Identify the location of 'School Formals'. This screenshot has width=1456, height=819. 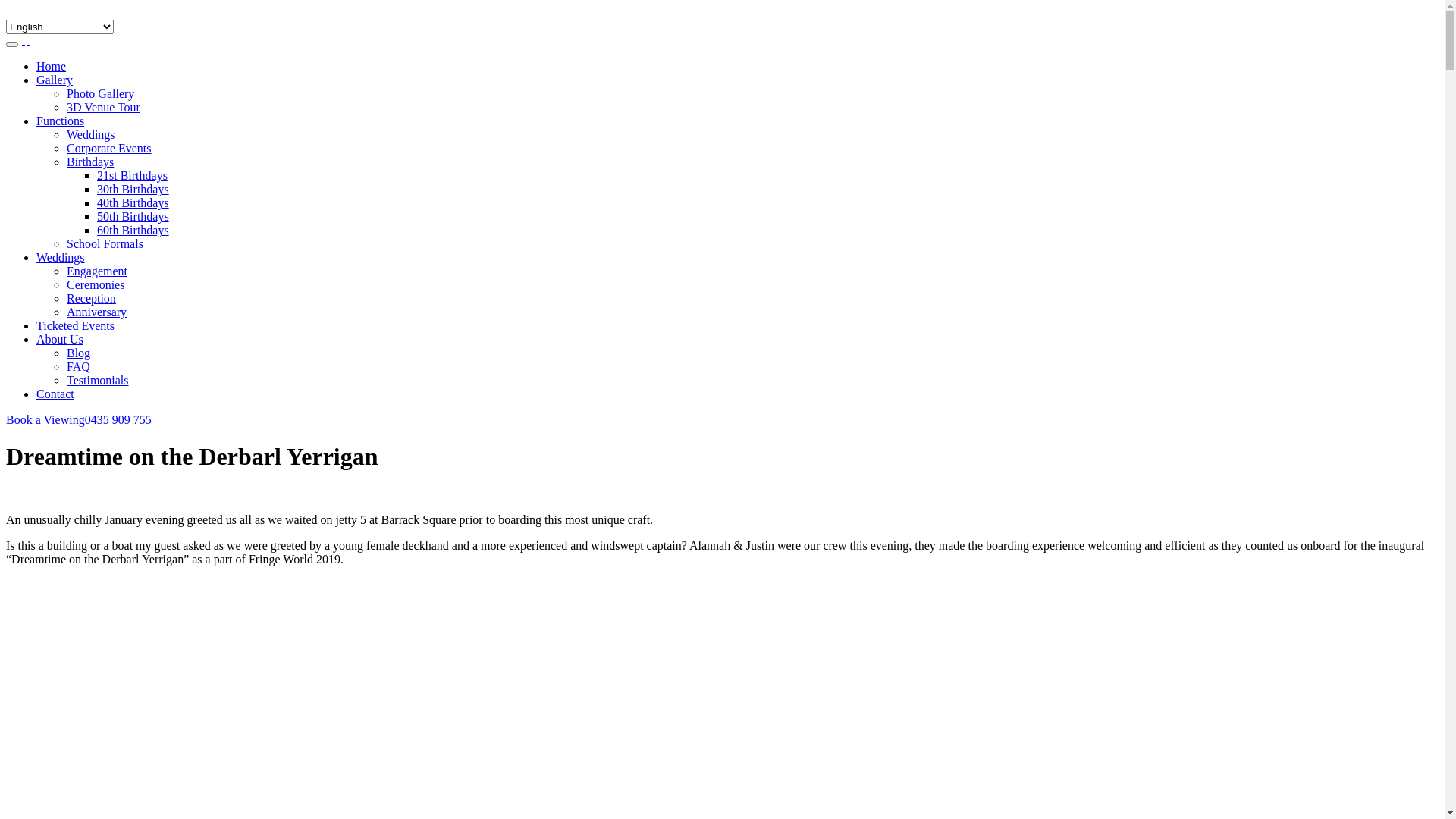
(65, 243).